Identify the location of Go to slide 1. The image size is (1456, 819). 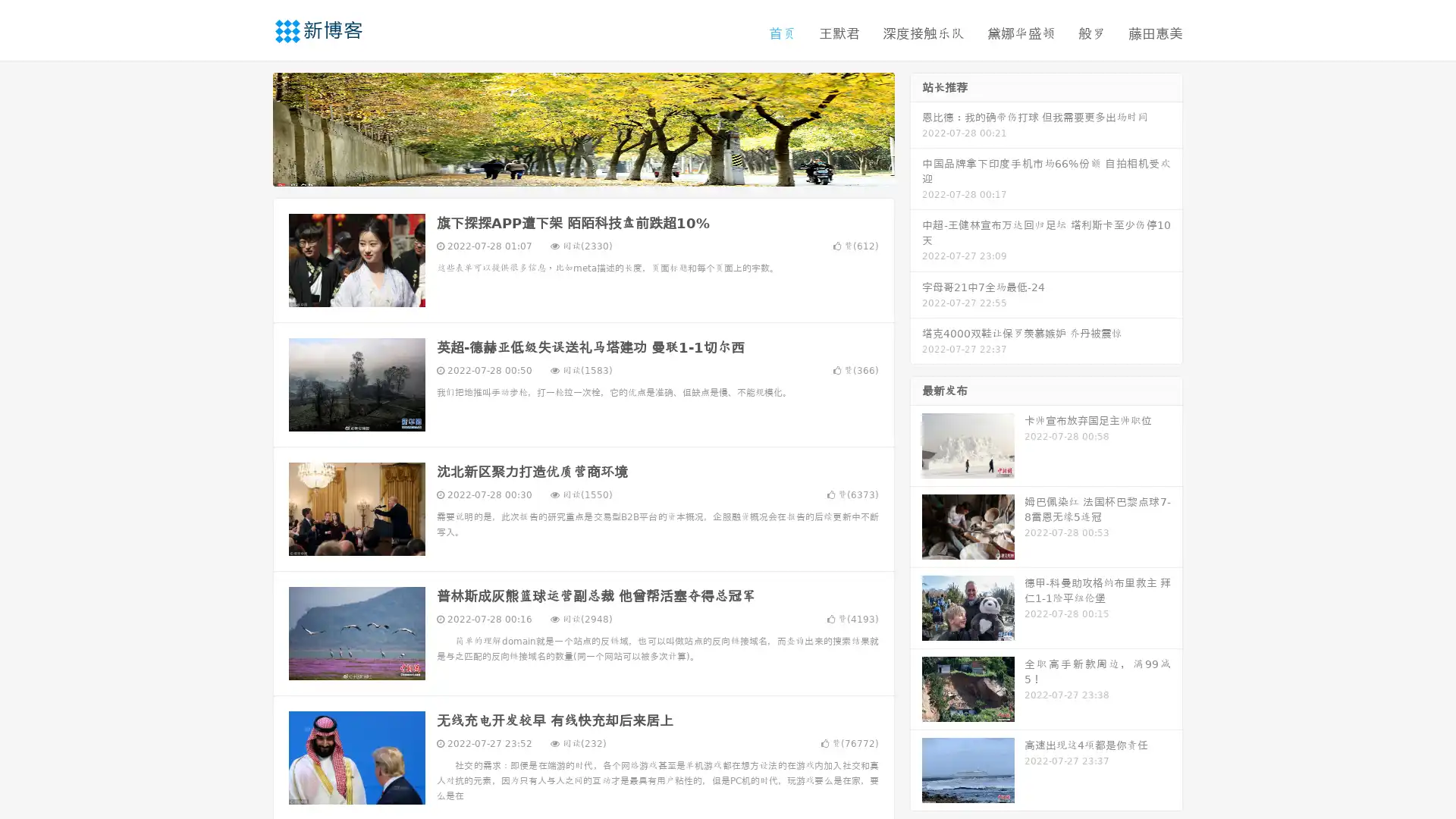
(567, 171).